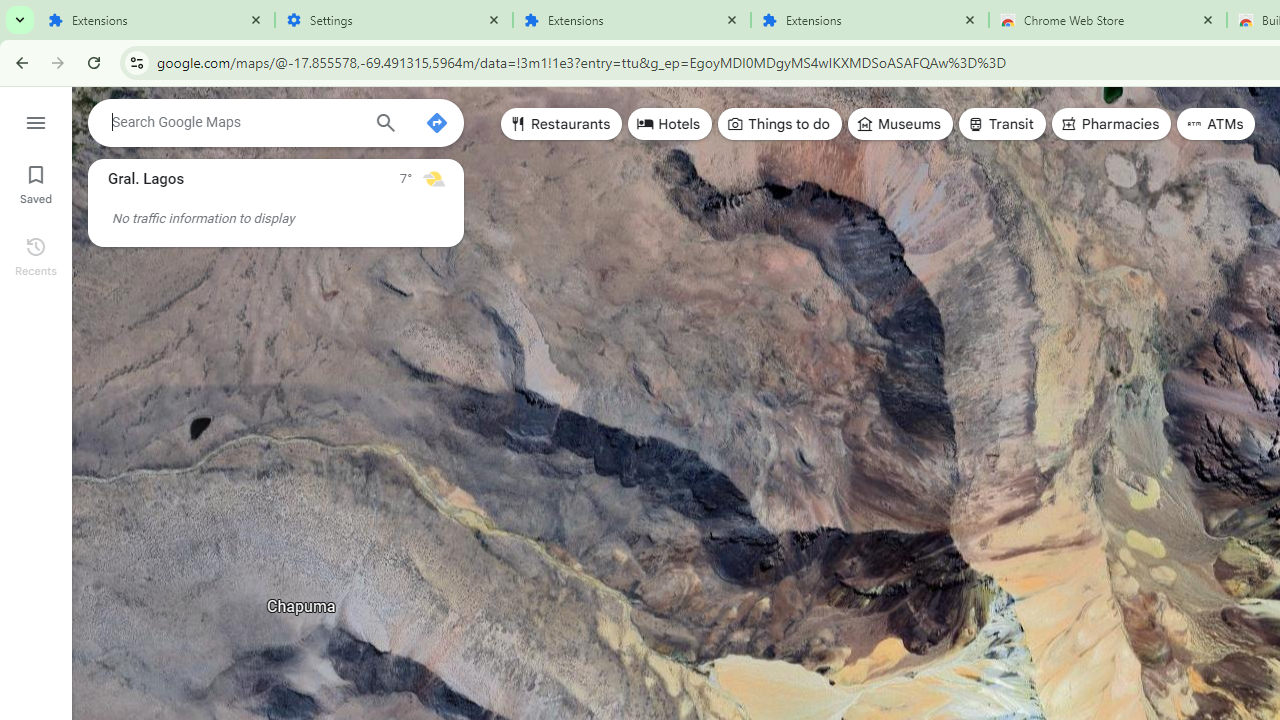  Describe the element at coordinates (560, 124) in the screenshot. I see `'Restaurants'` at that location.